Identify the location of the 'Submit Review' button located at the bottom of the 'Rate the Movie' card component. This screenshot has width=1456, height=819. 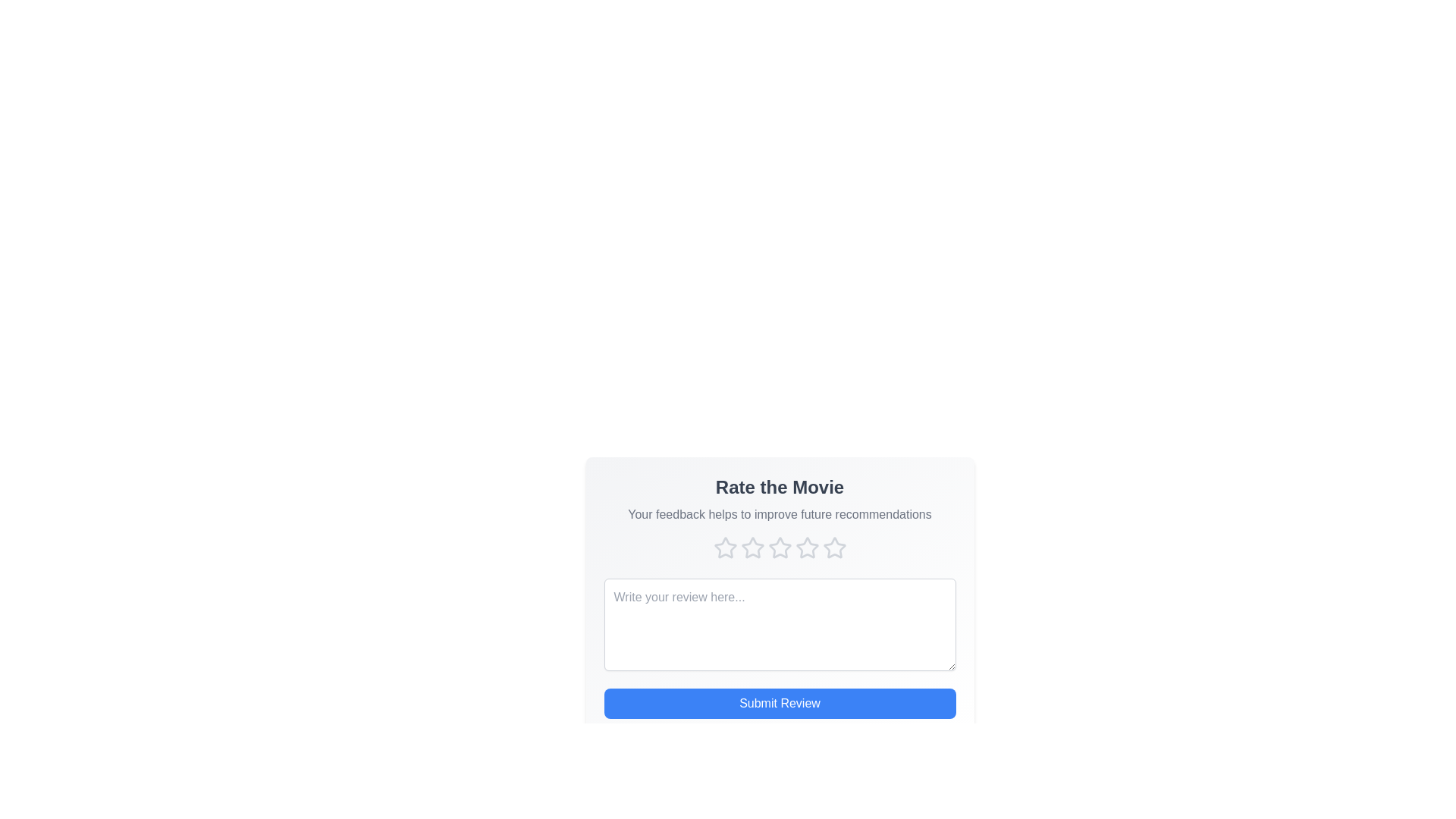
(780, 704).